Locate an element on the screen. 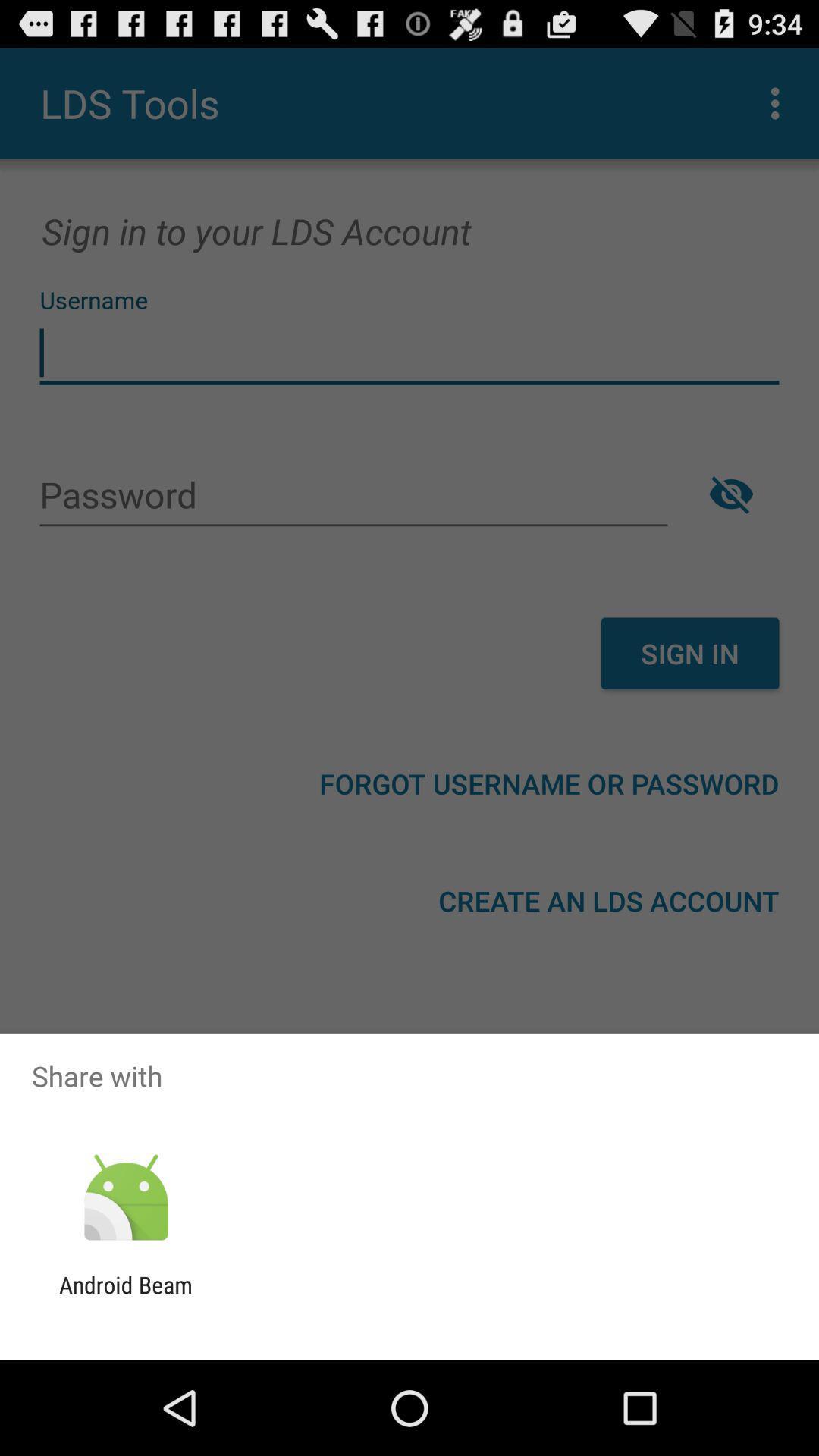  the android beam item is located at coordinates (125, 1298).